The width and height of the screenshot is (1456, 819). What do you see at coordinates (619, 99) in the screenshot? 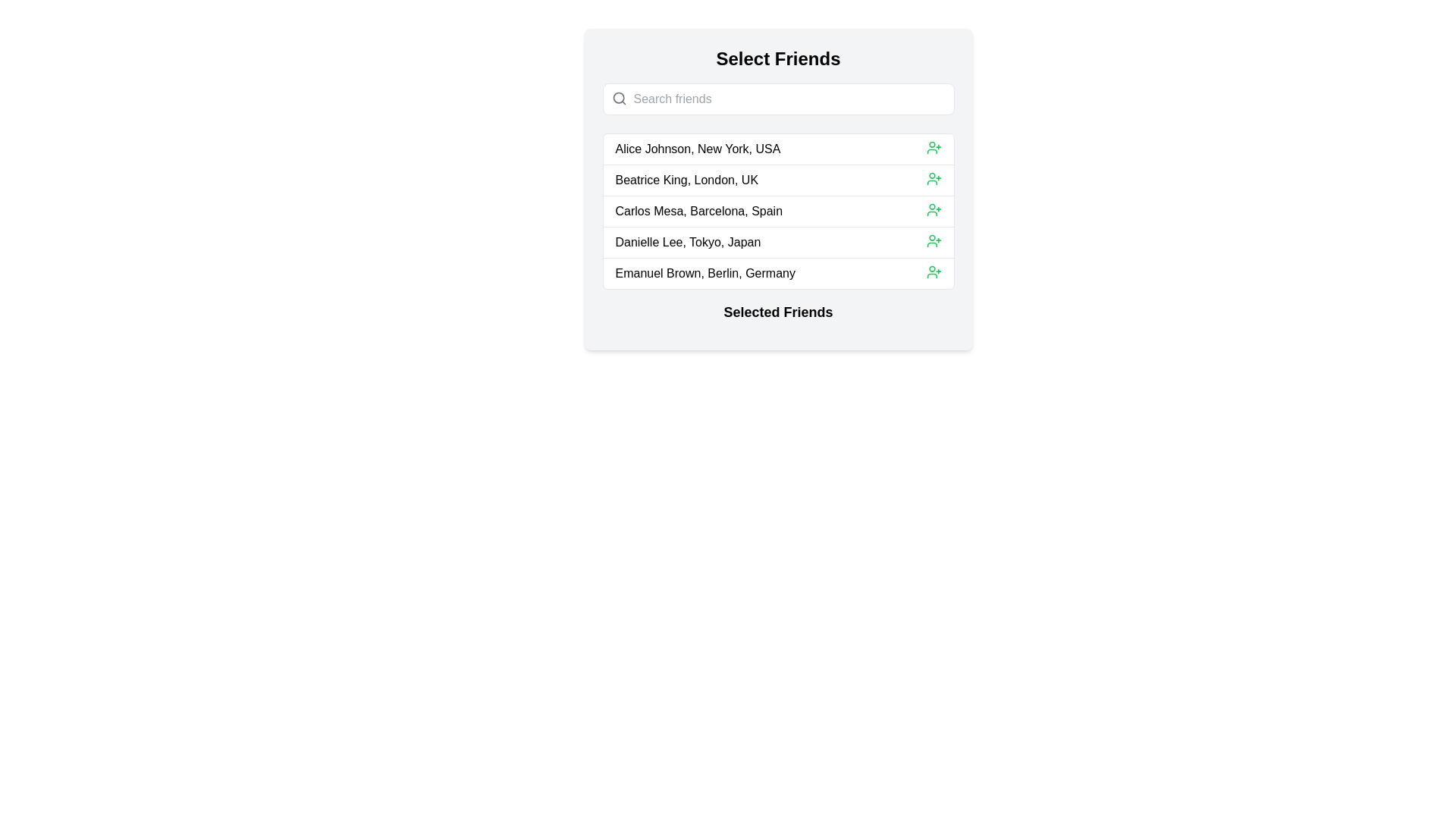
I see `the search icon located inside the rectangular search input field, which indicates the purpose of the search input for 'Search friends'` at bounding box center [619, 99].